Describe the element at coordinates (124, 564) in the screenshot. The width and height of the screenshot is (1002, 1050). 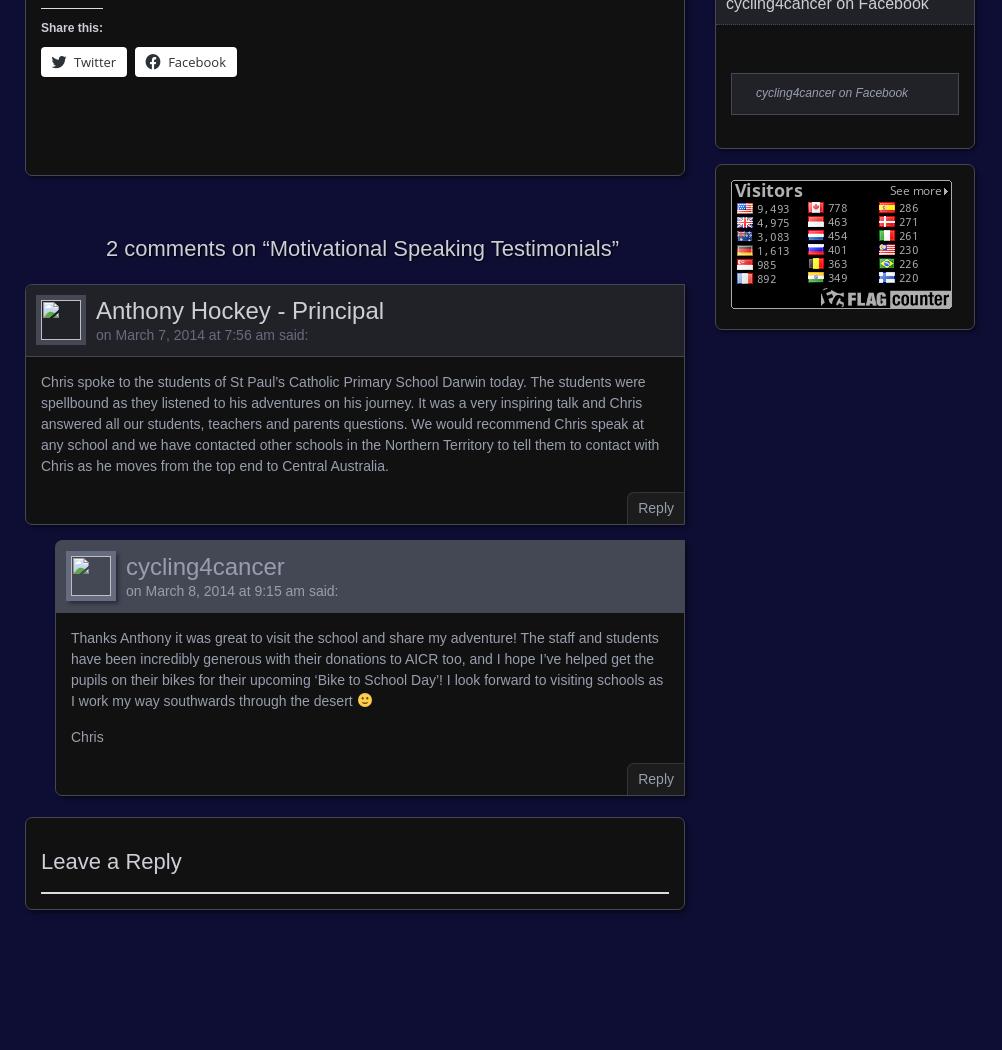
I see `'cycling4cancer'` at that location.